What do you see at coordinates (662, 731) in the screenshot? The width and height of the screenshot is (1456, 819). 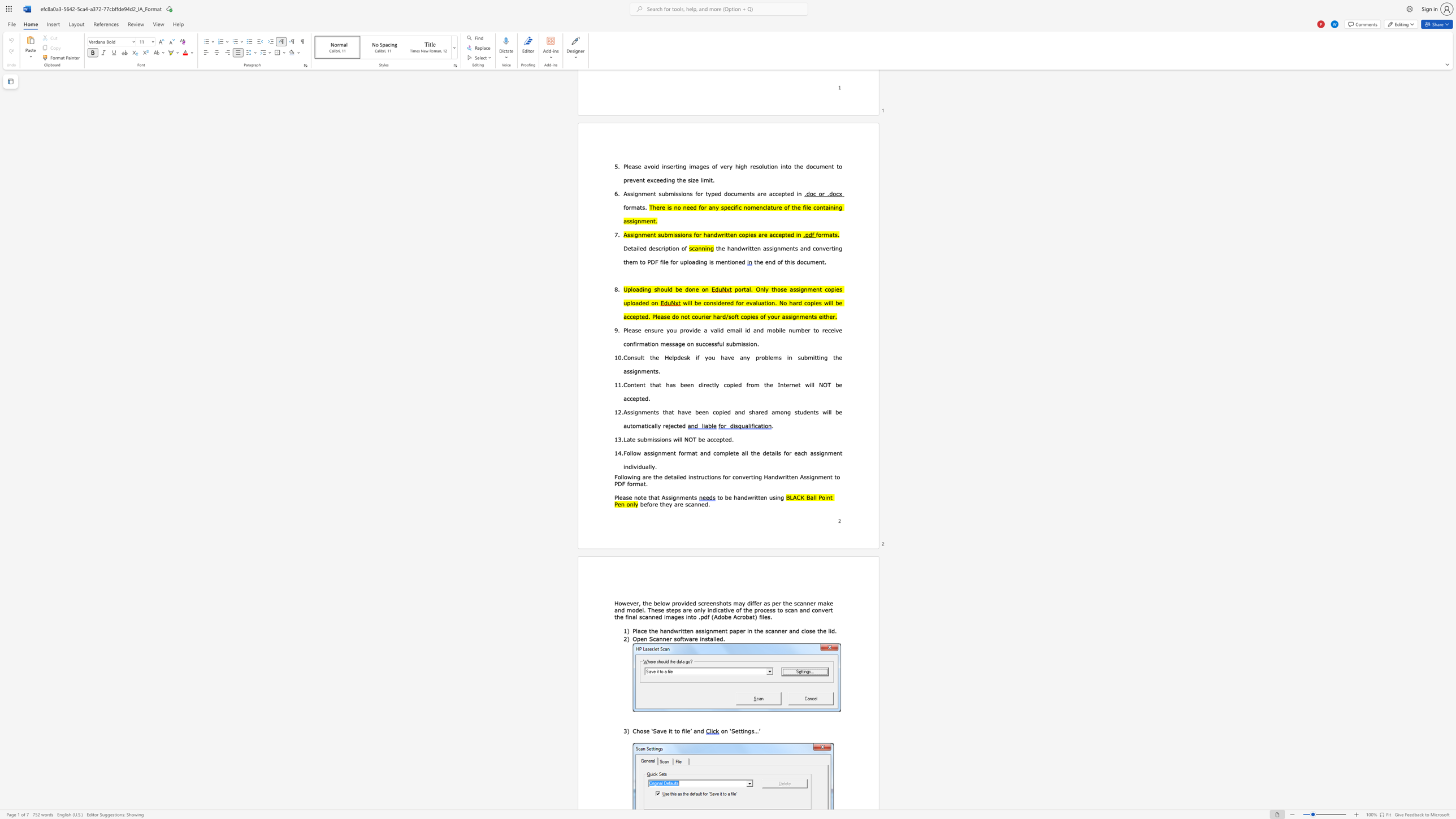 I see `the subset text "e it to file’ and" within the text "Chose ‘Save it to file’ and"` at bounding box center [662, 731].